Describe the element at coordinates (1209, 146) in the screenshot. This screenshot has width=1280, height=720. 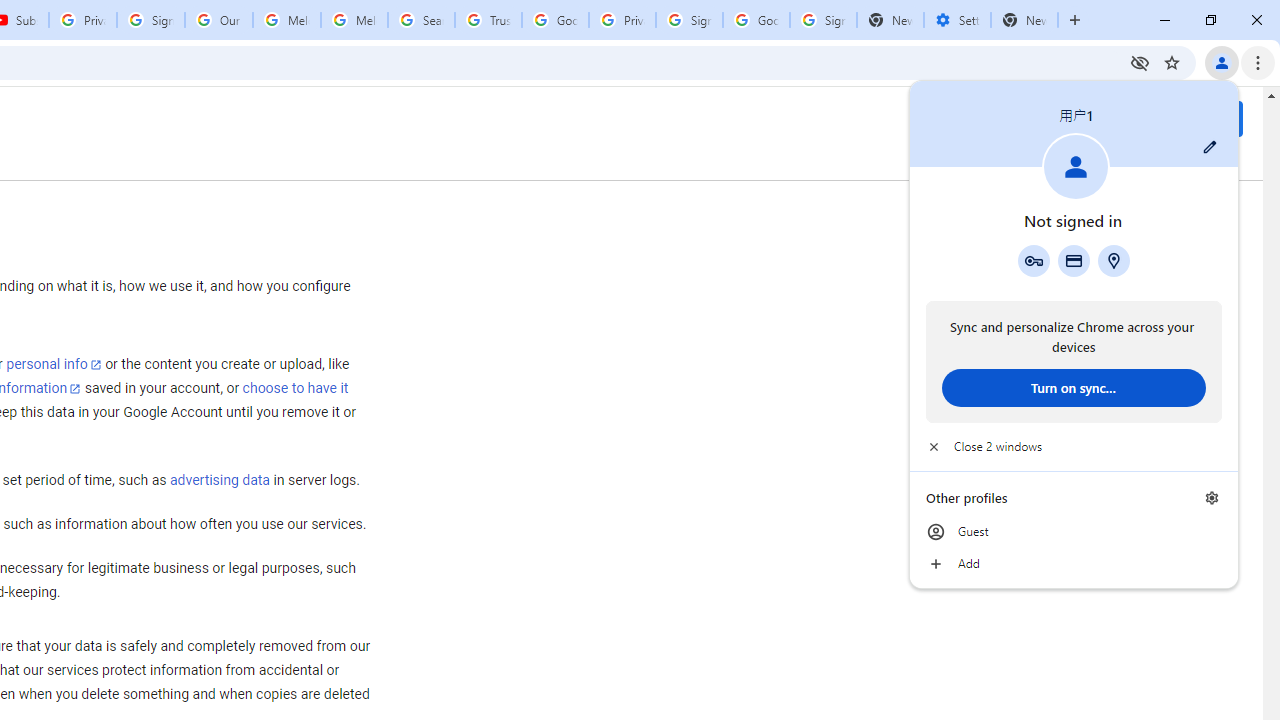
I see `'Customize profile'` at that location.